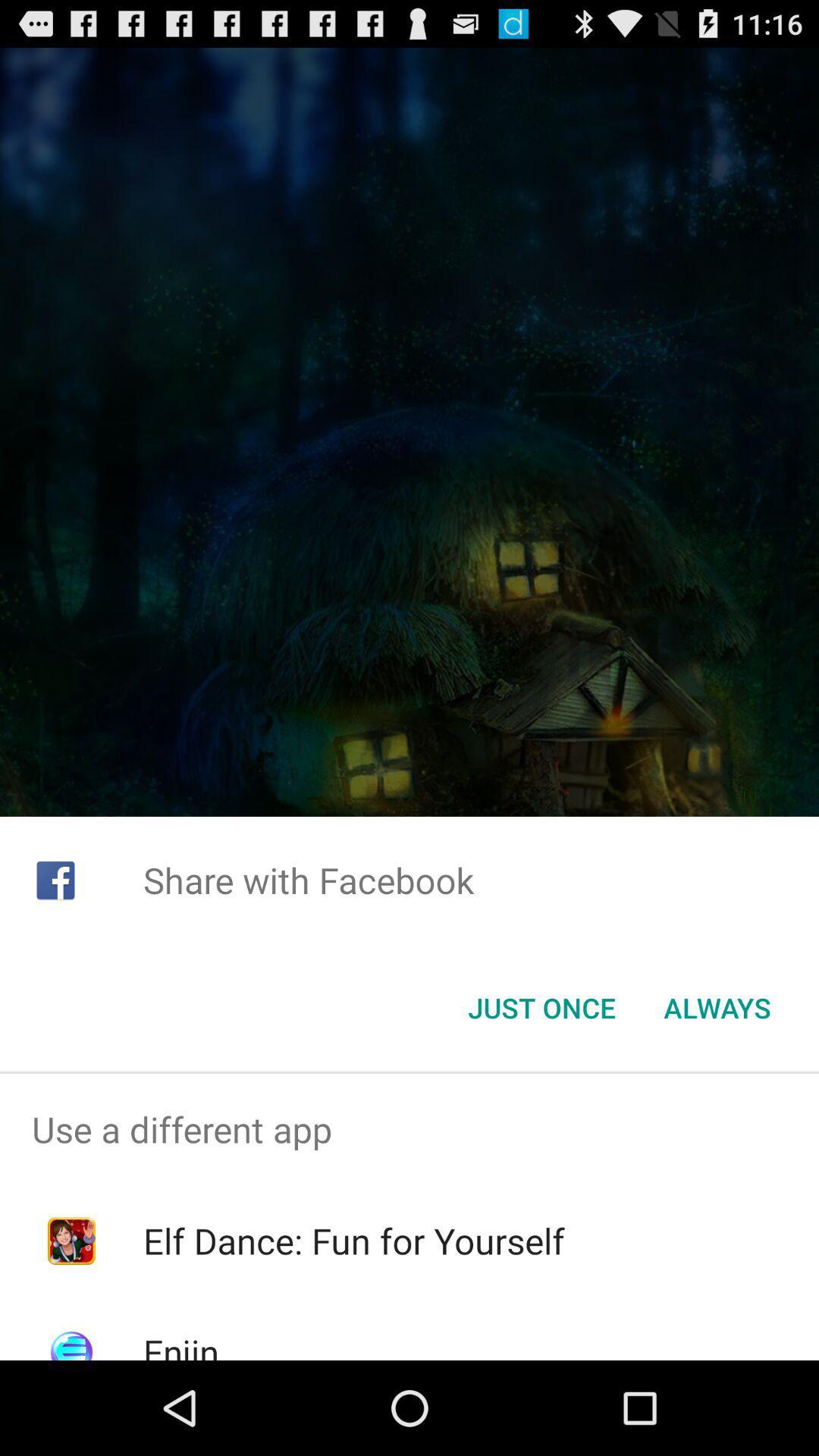 This screenshot has width=819, height=1456. I want to click on the item below the use a different, so click(353, 1241).